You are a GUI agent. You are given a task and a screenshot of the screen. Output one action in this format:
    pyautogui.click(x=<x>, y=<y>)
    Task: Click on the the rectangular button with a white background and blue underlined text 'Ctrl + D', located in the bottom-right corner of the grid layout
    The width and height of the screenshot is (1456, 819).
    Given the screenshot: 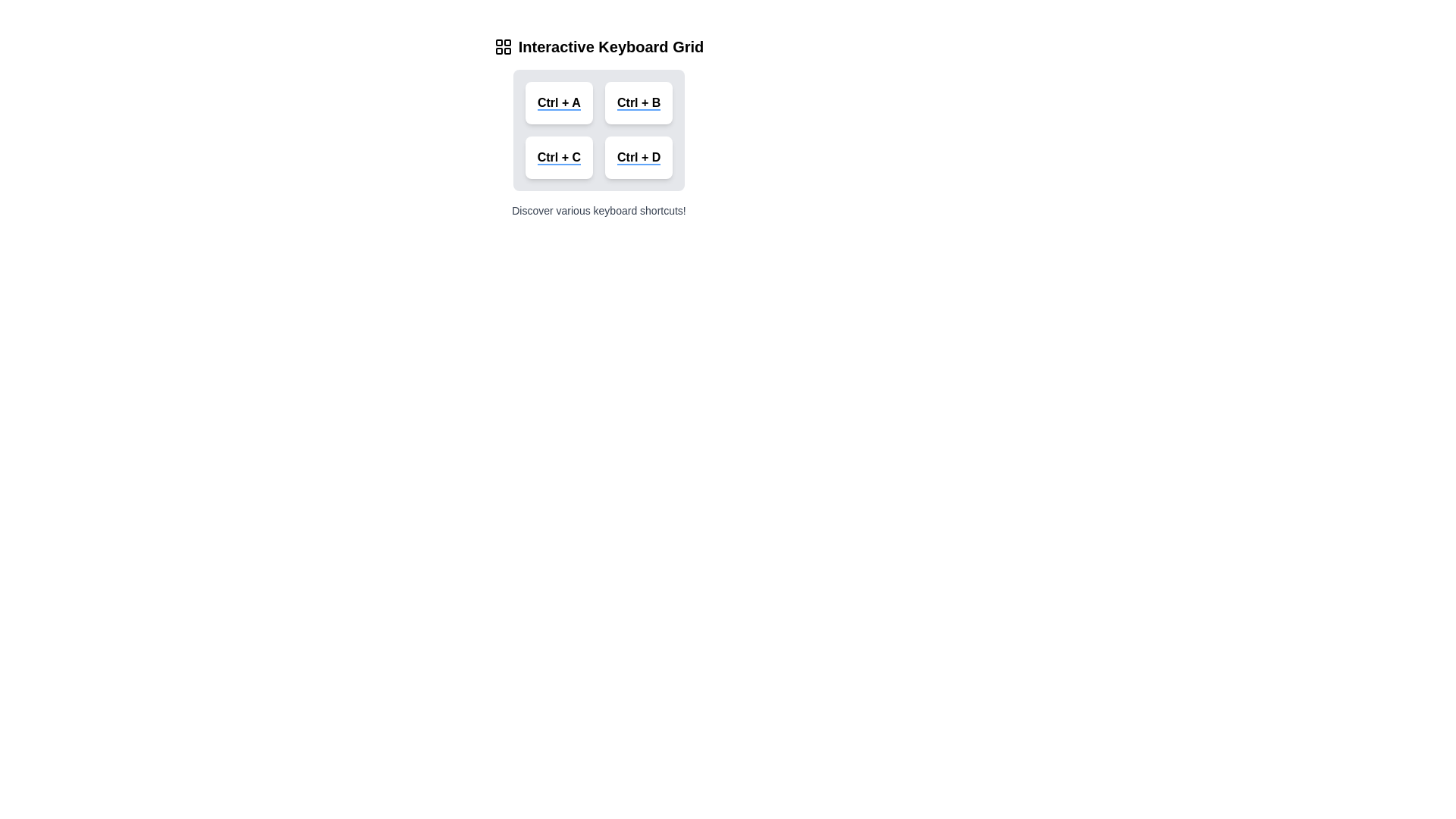 What is the action you would take?
    pyautogui.click(x=639, y=158)
    